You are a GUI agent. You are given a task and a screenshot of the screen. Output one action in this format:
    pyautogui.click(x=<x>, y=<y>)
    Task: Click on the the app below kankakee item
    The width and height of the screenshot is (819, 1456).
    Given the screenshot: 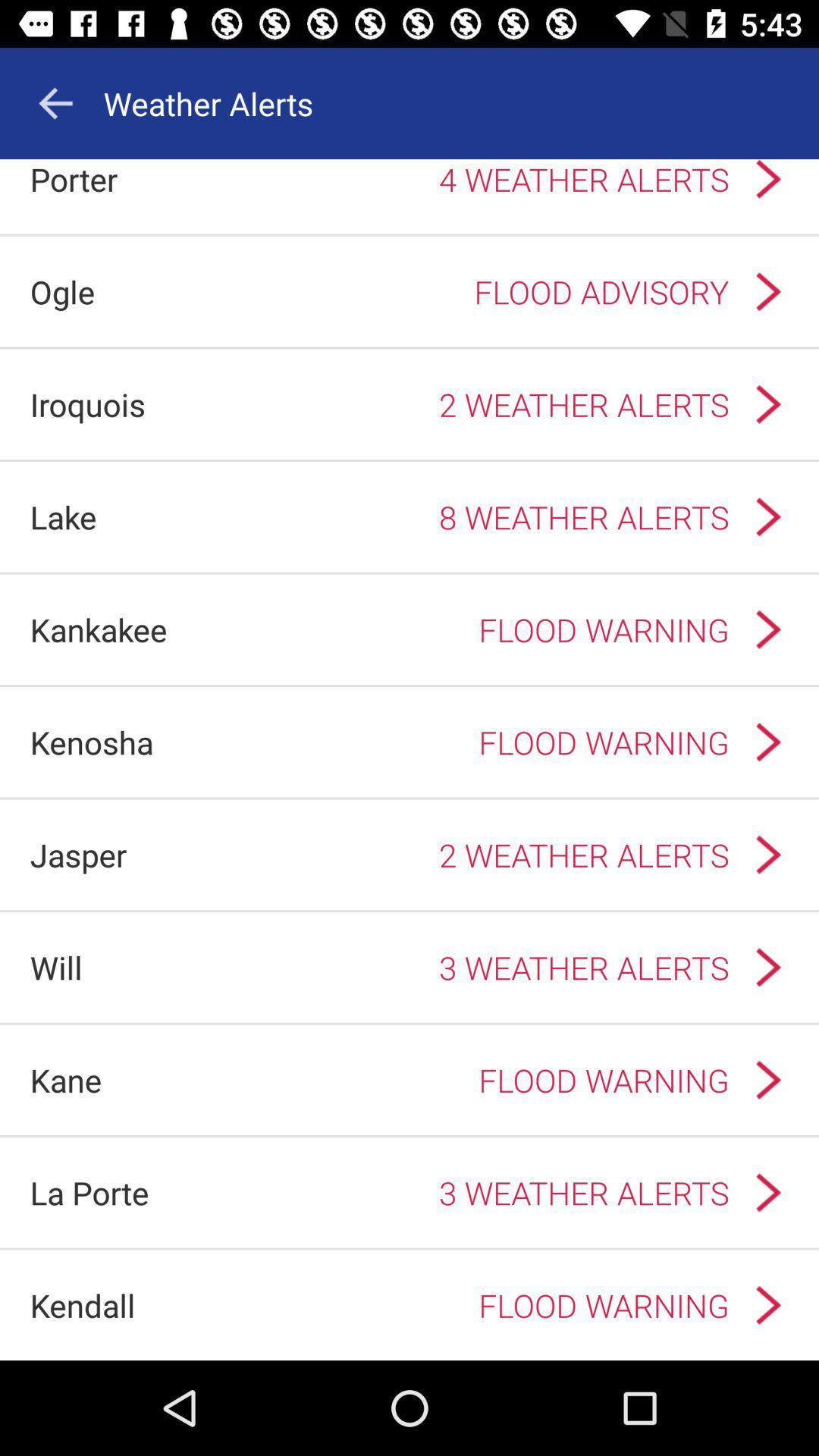 What is the action you would take?
    pyautogui.click(x=92, y=742)
    